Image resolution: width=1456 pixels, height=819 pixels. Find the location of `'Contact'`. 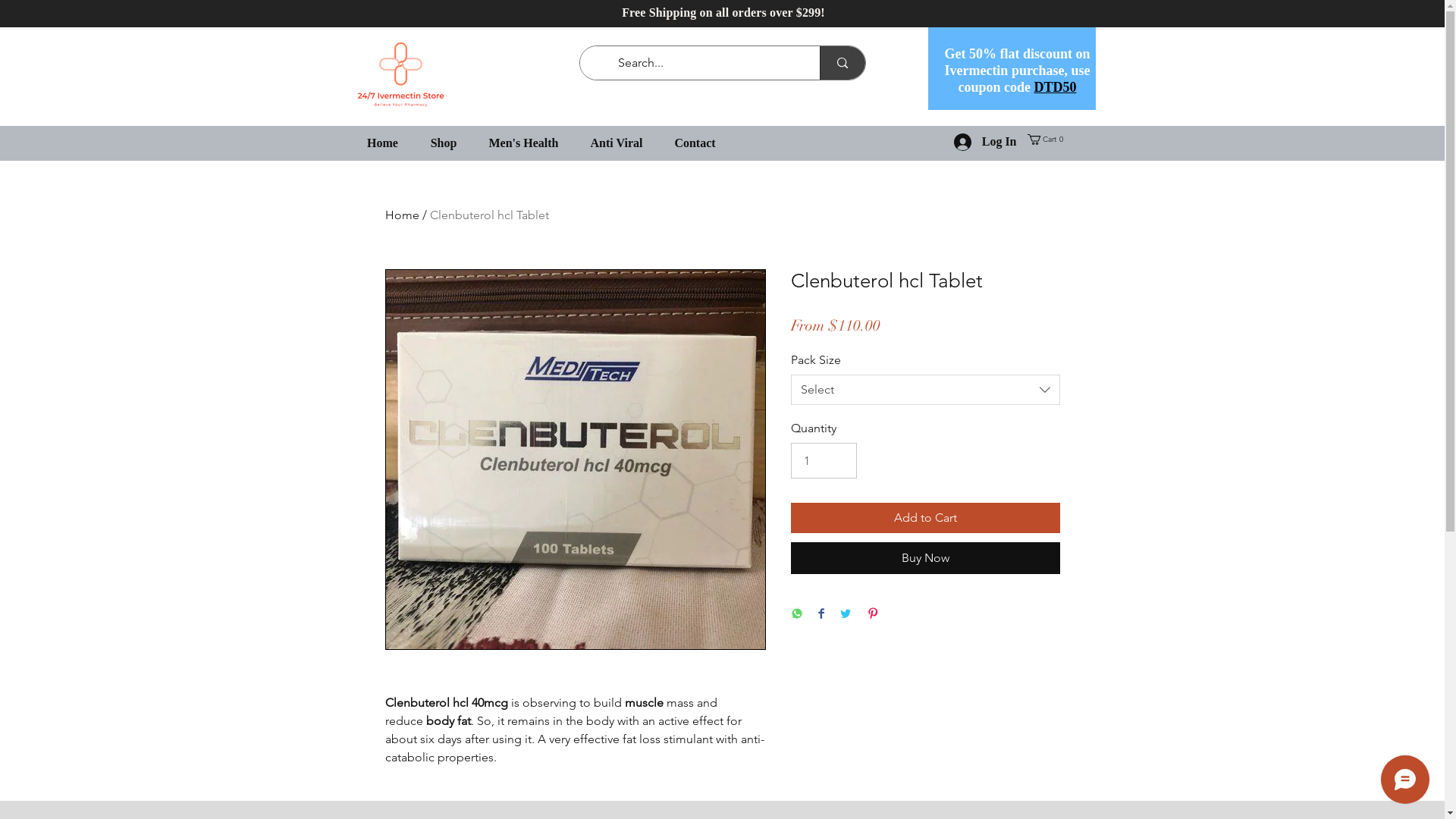

'Contact' is located at coordinates (694, 143).